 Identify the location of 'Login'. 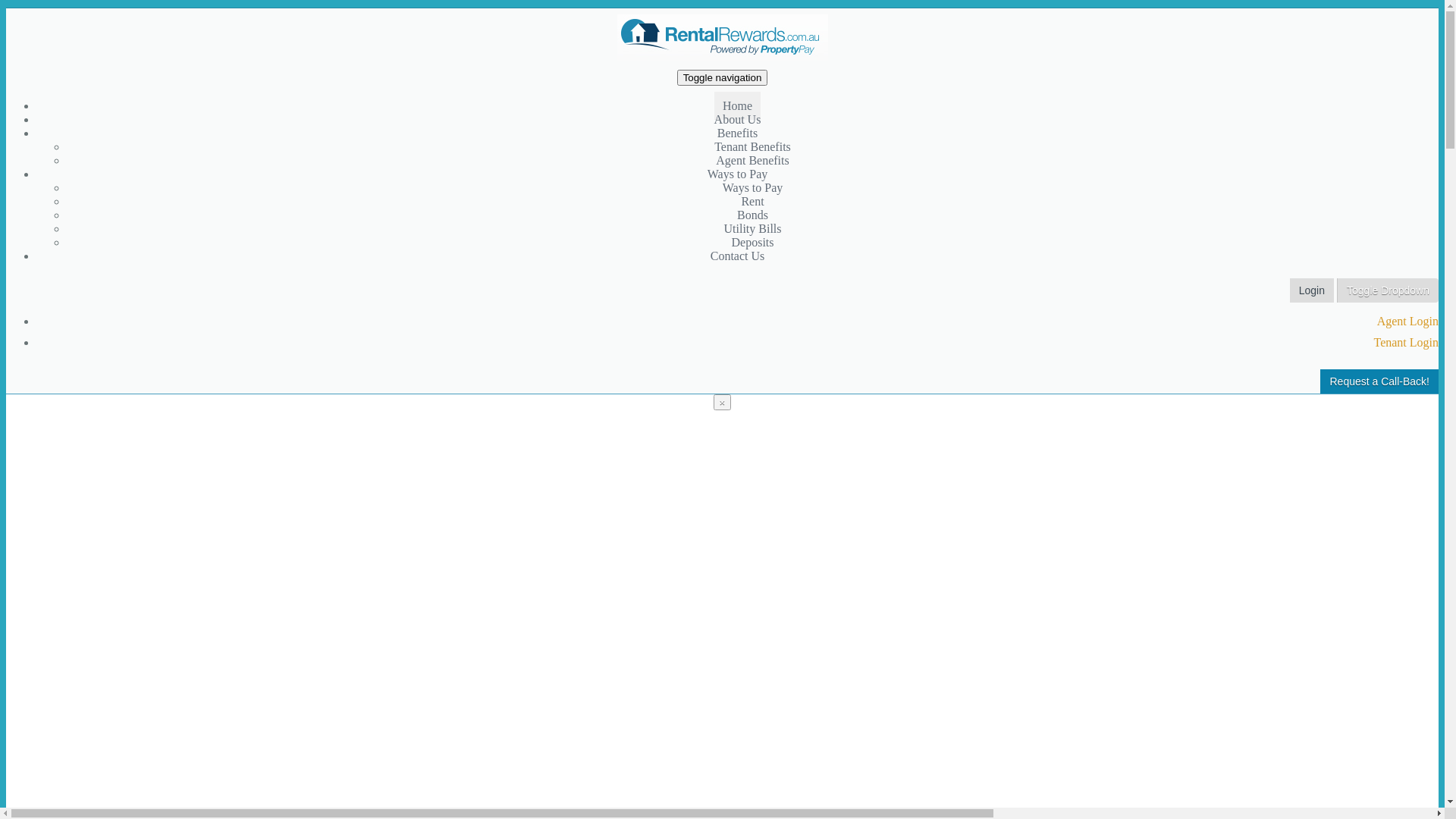
(1310, 290).